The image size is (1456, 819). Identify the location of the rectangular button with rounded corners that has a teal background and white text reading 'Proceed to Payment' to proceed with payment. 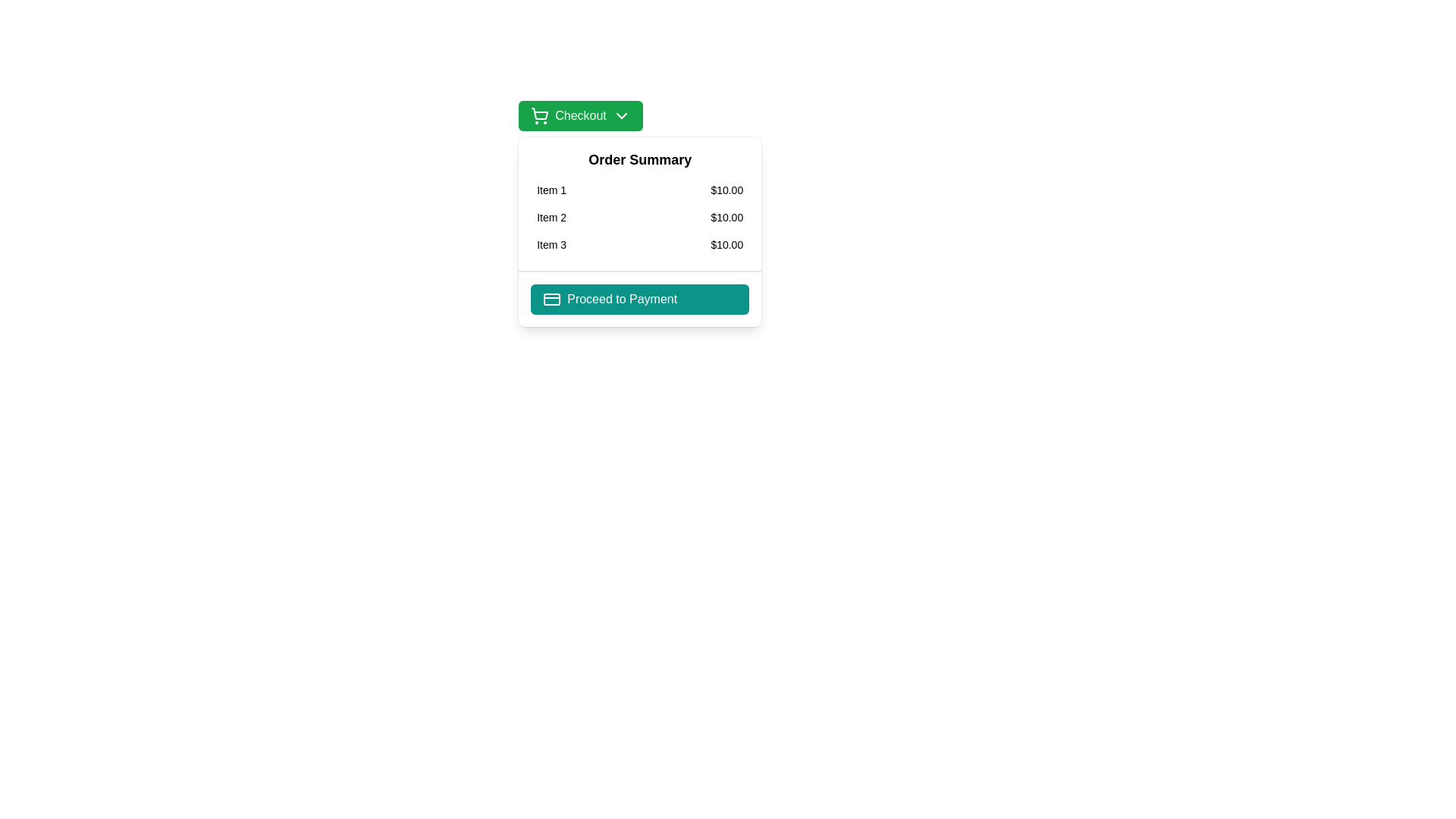
(640, 299).